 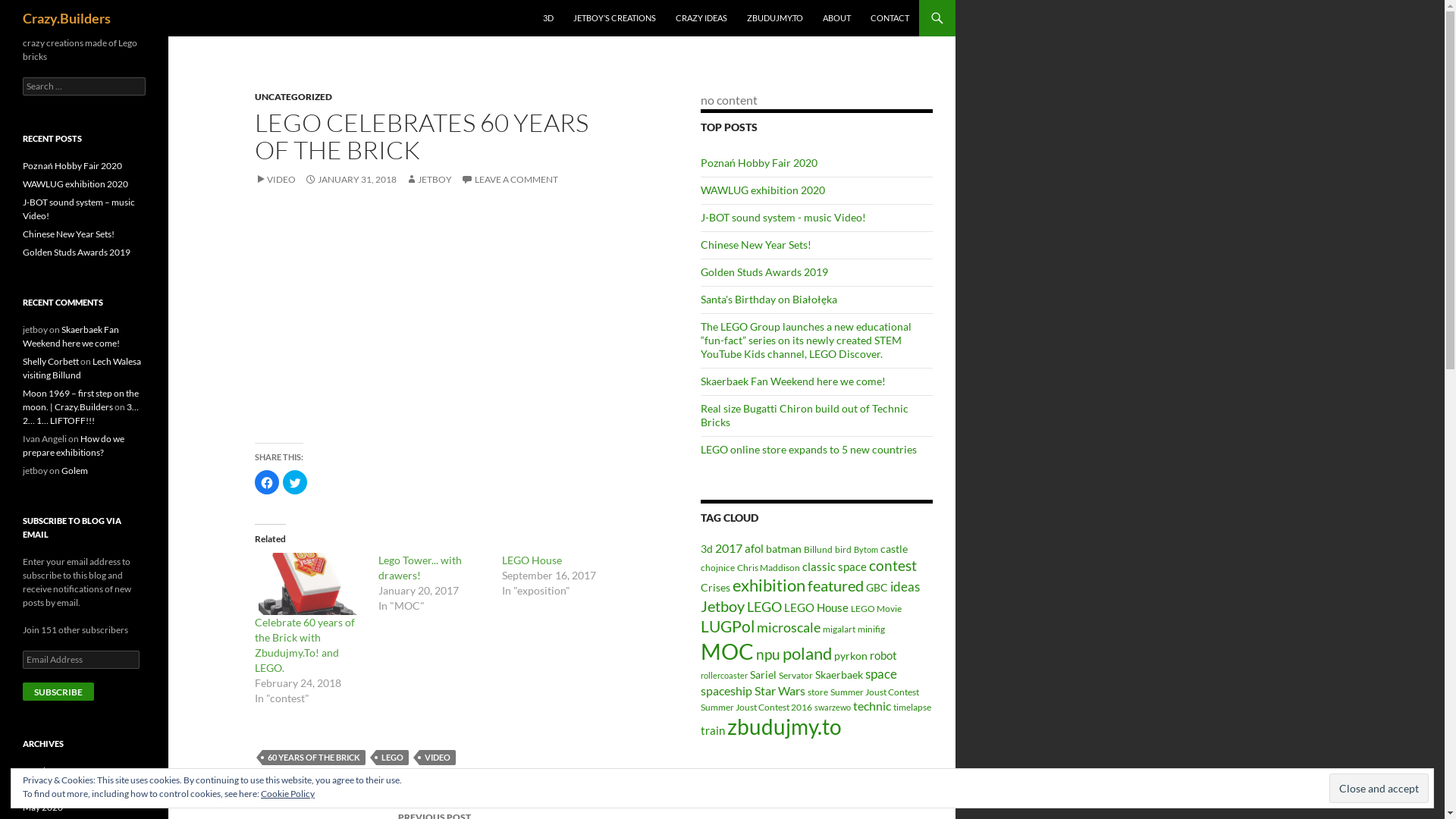 What do you see at coordinates (890, 17) in the screenshot?
I see `'CONTACT'` at bounding box center [890, 17].